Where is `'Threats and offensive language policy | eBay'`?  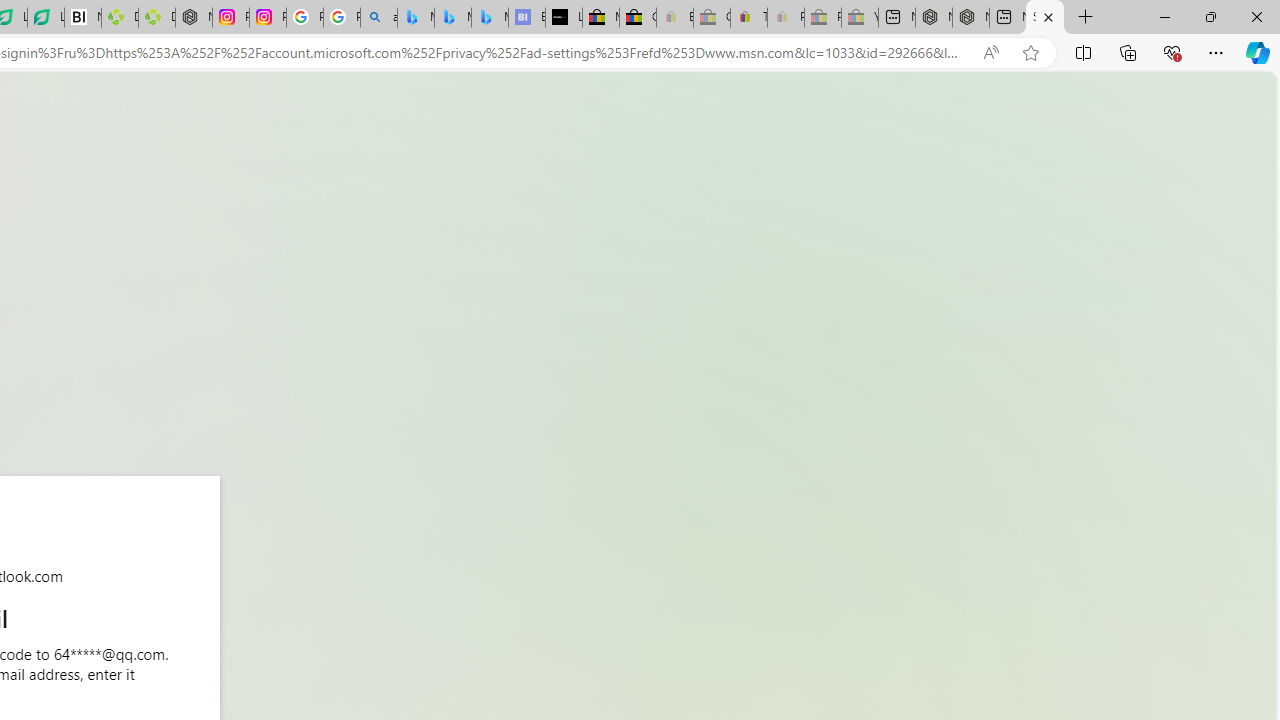
'Threats and offensive language policy | eBay' is located at coordinates (747, 17).